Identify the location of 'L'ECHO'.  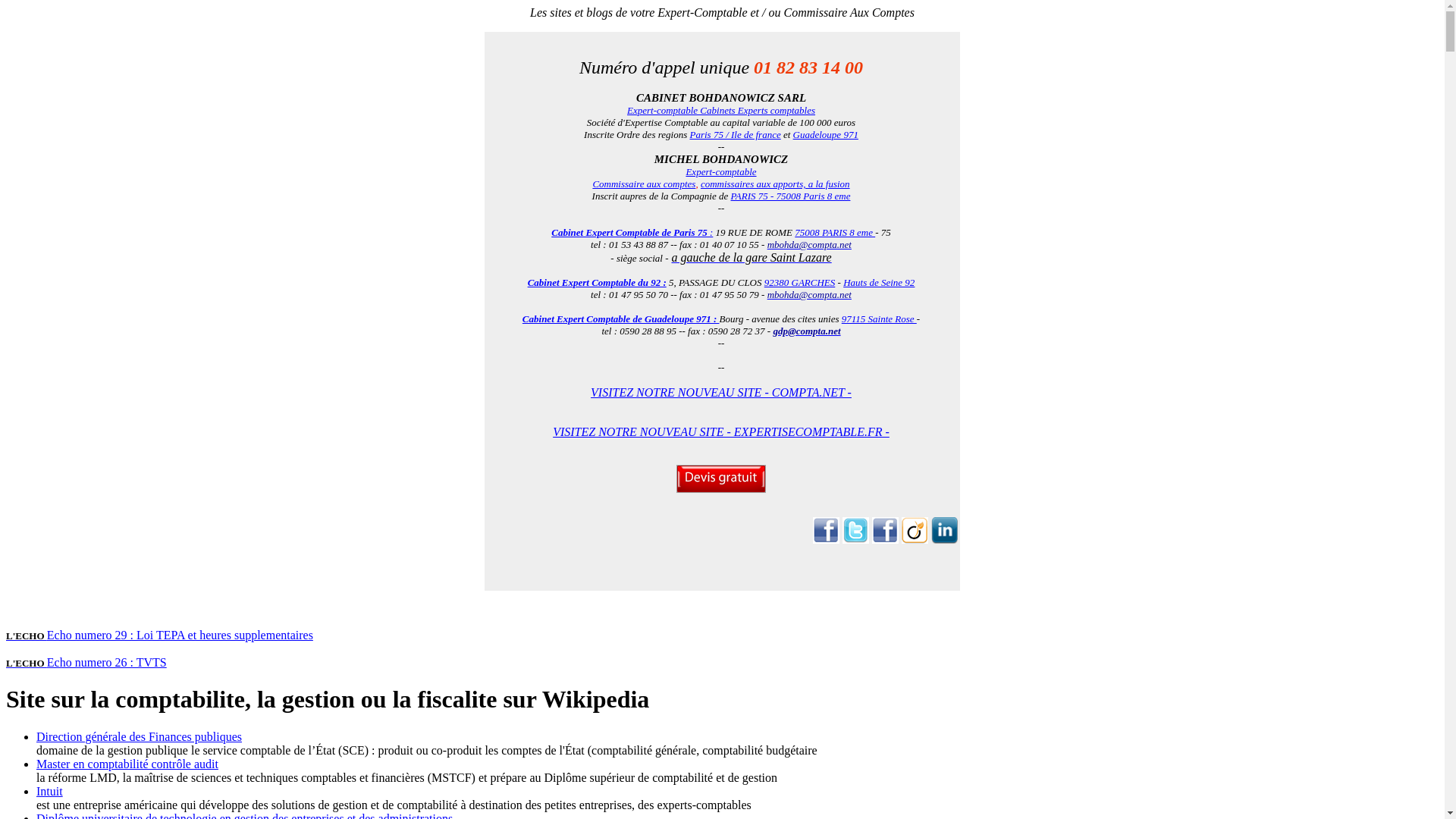
(26, 635).